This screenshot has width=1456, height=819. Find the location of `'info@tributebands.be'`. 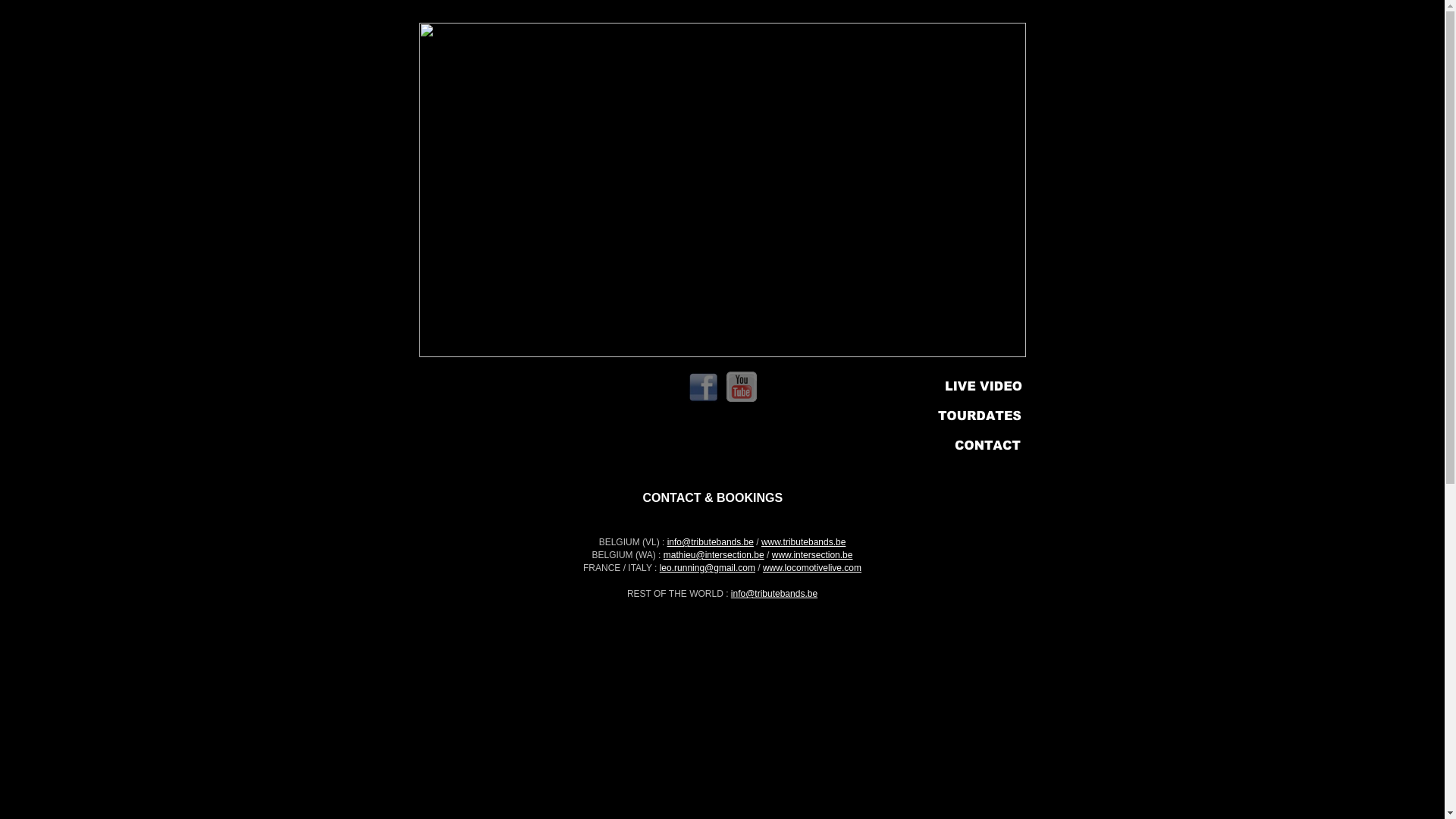

'info@tributebands.be' is located at coordinates (774, 593).